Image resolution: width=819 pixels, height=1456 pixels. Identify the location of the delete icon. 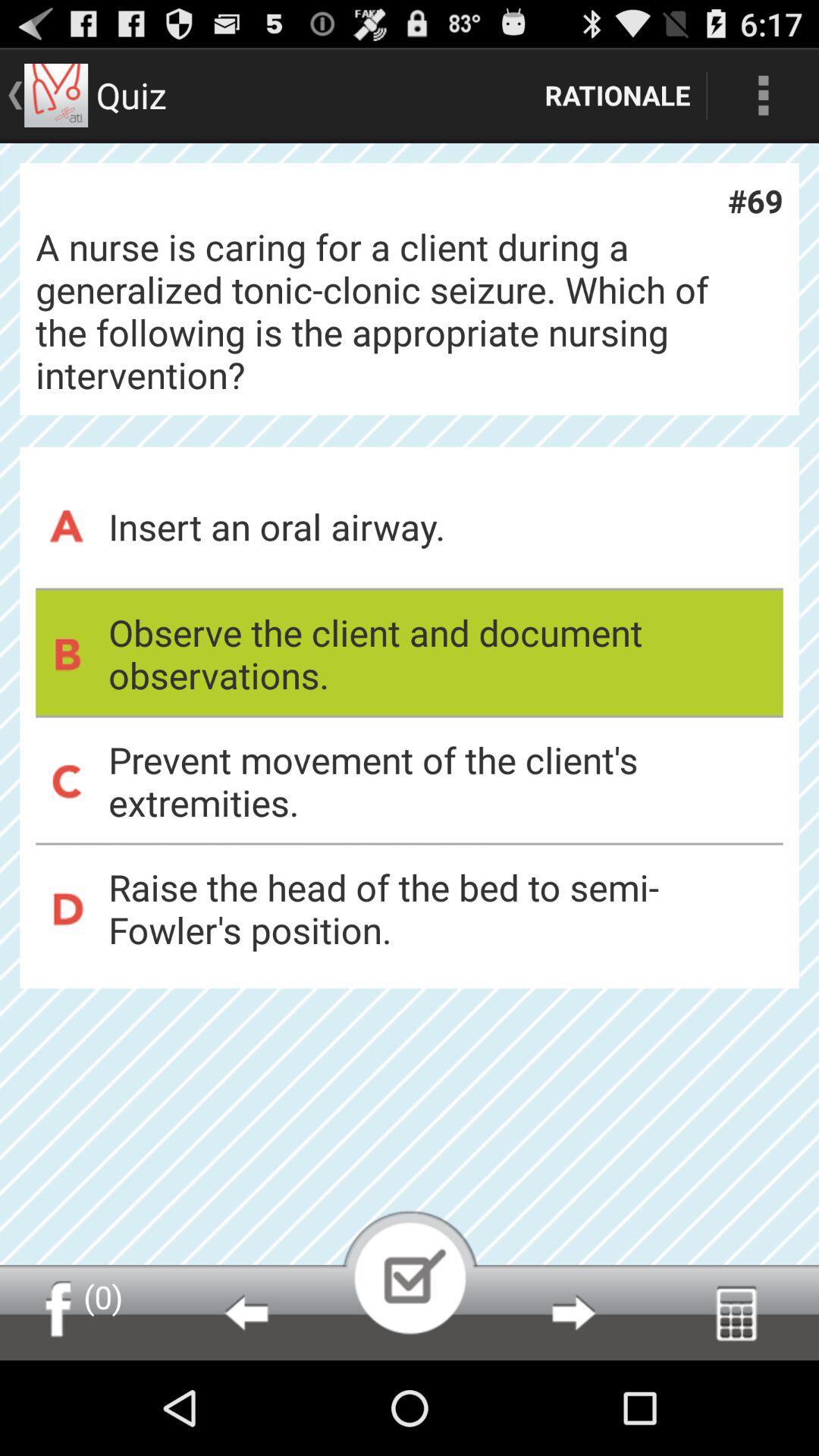
(736, 1404).